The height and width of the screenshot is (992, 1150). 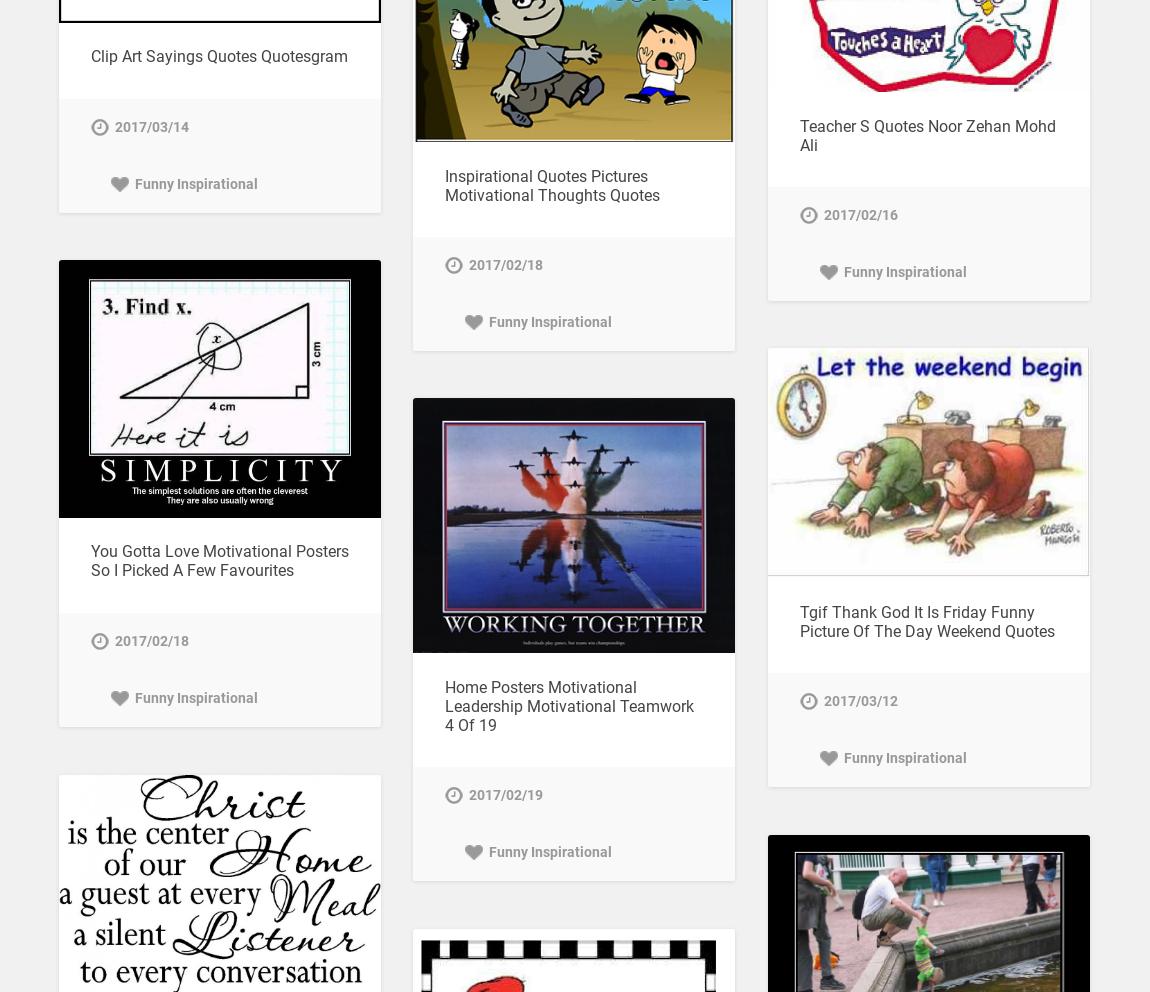 What do you see at coordinates (217, 56) in the screenshot?
I see `'Clip Art Sayings Quotes  Quotesgram'` at bounding box center [217, 56].